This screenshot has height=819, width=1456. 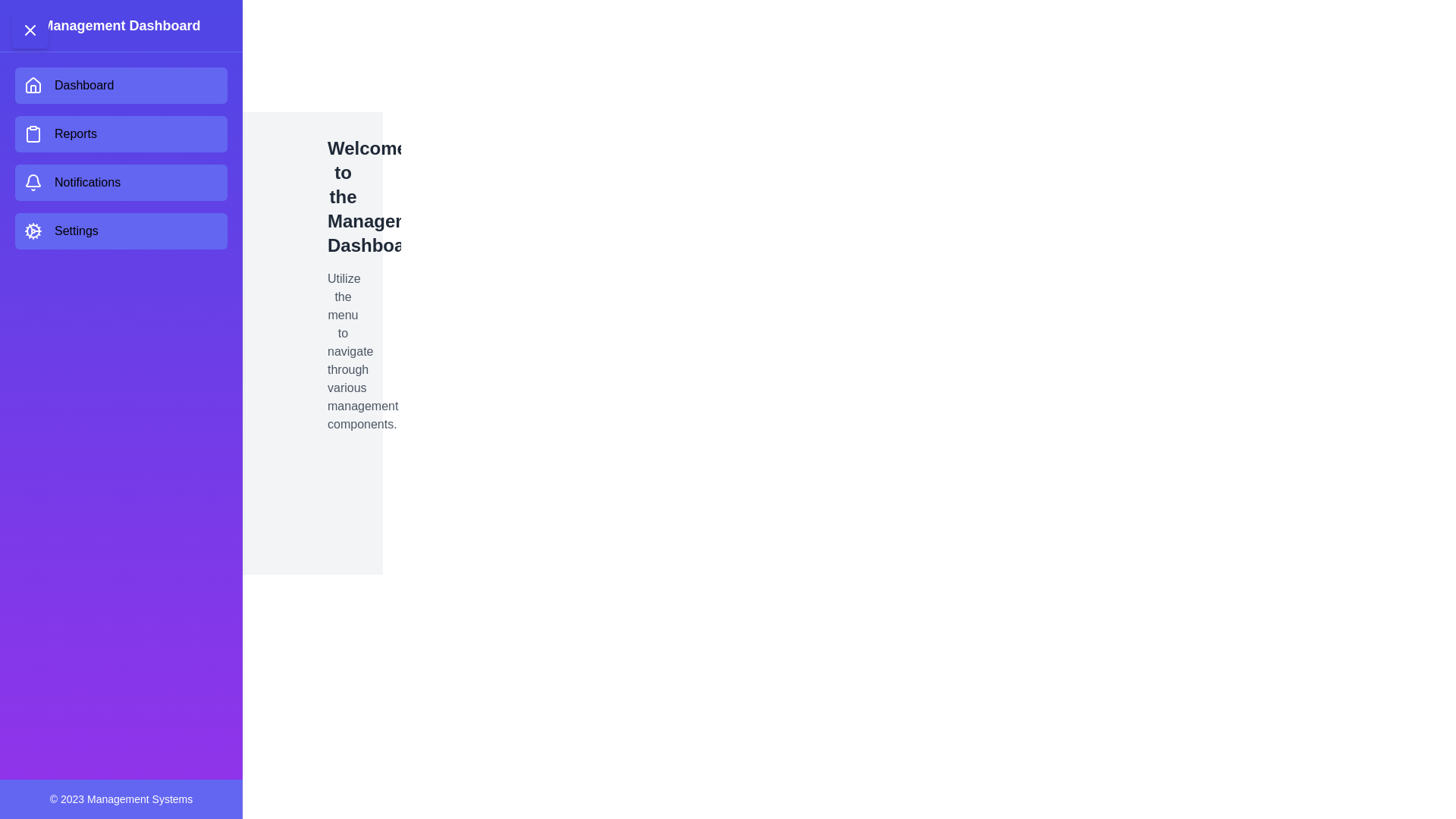 I want to click on the first button in the vertical menu on the left-hand side of the application interface, so click(x=120, y=85).